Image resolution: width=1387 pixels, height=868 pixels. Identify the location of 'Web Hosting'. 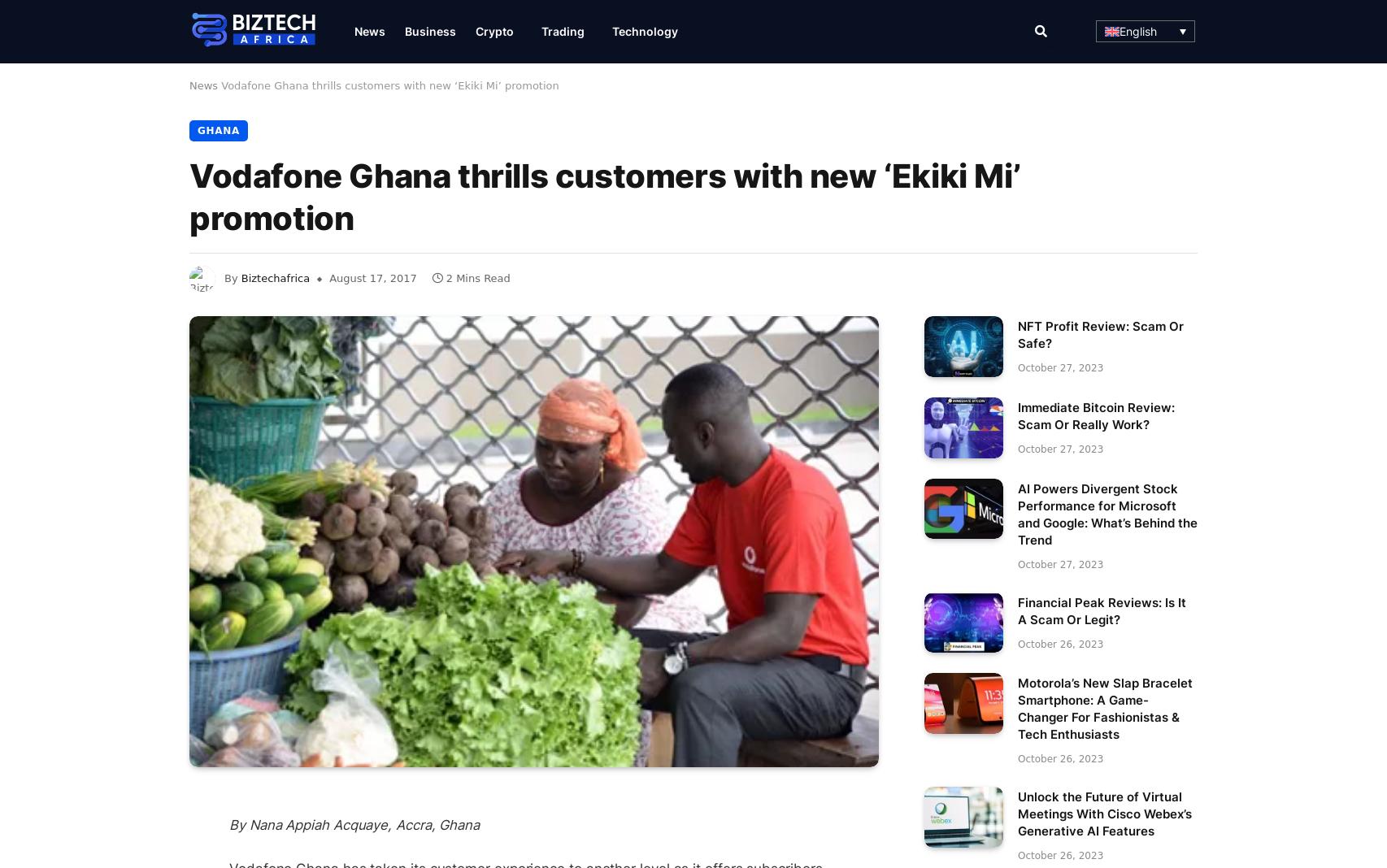
(663, 171).